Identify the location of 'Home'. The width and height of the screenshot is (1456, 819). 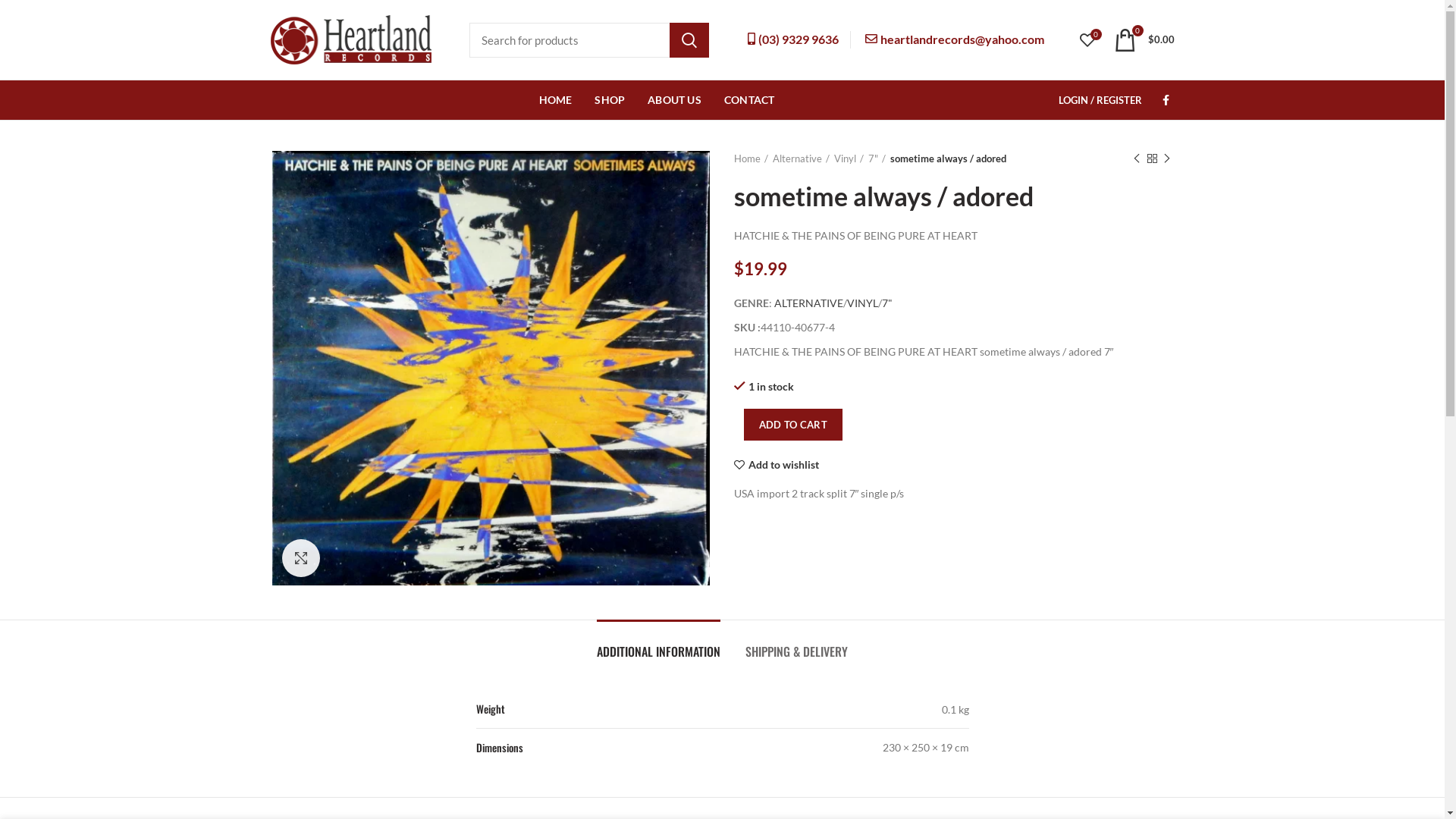
(734, 158).